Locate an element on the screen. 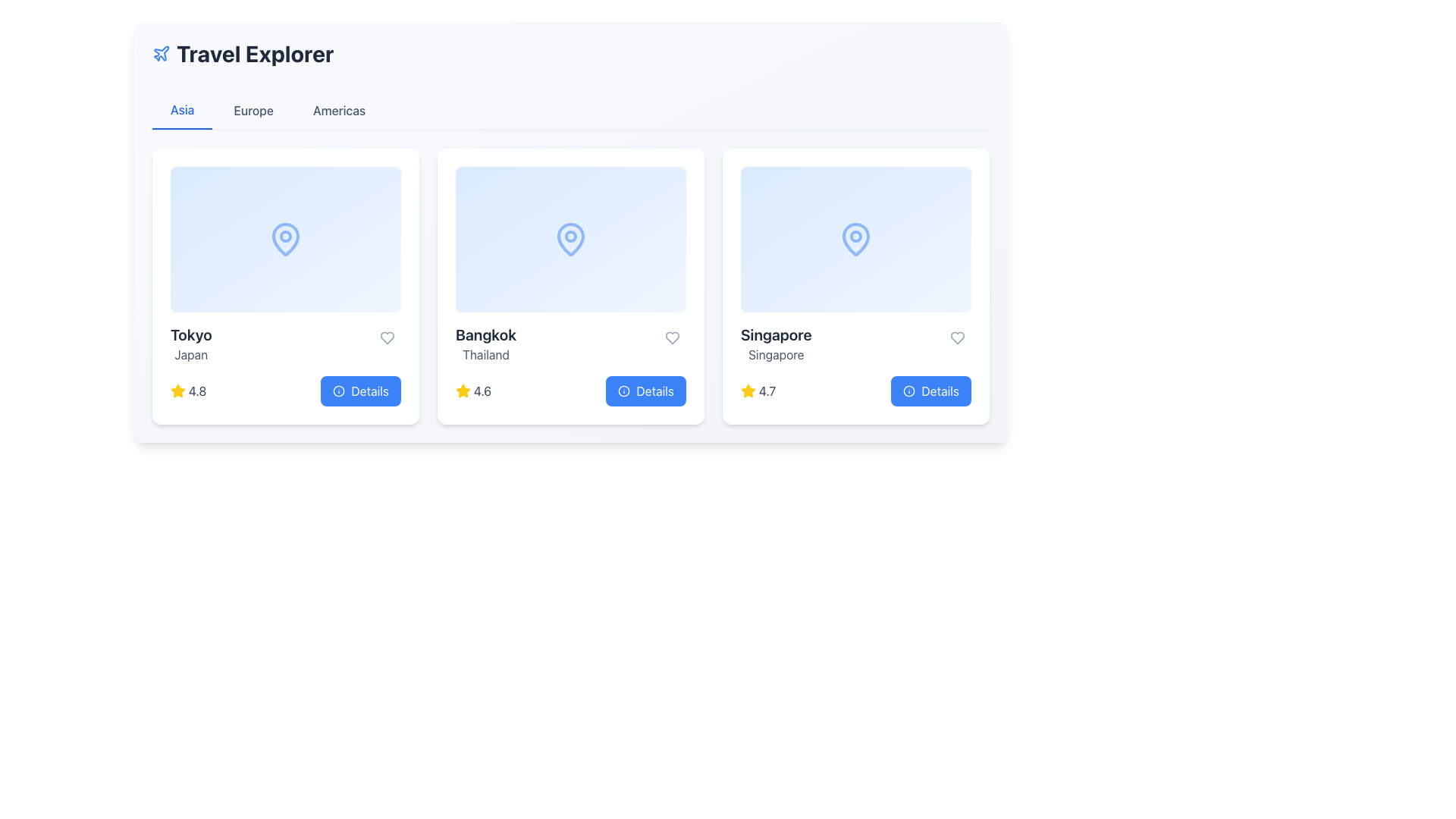 Image resolution: width=1456 pixels, height=819 pixels. the heart icon located in the bottom-right corner of the Singapore card is located at coordinates (956, 337).